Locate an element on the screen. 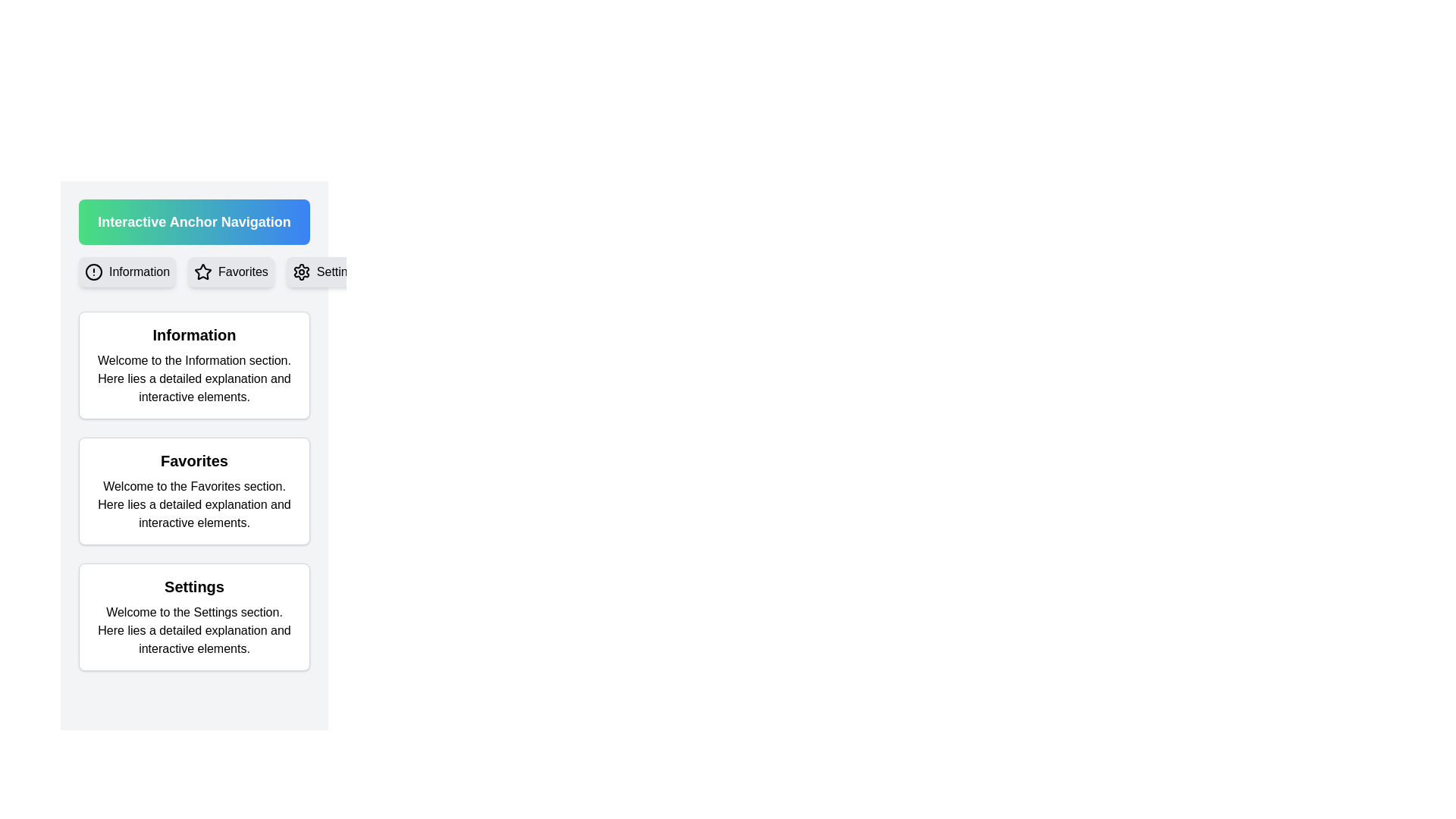 This screenshot has width=1456, height=819. content displayed in the 'Favorites' section header, which is the second card in a vertical stack of three, located below the 'Information' card and above the 'Settings' card is located at coordinates (193, 491).